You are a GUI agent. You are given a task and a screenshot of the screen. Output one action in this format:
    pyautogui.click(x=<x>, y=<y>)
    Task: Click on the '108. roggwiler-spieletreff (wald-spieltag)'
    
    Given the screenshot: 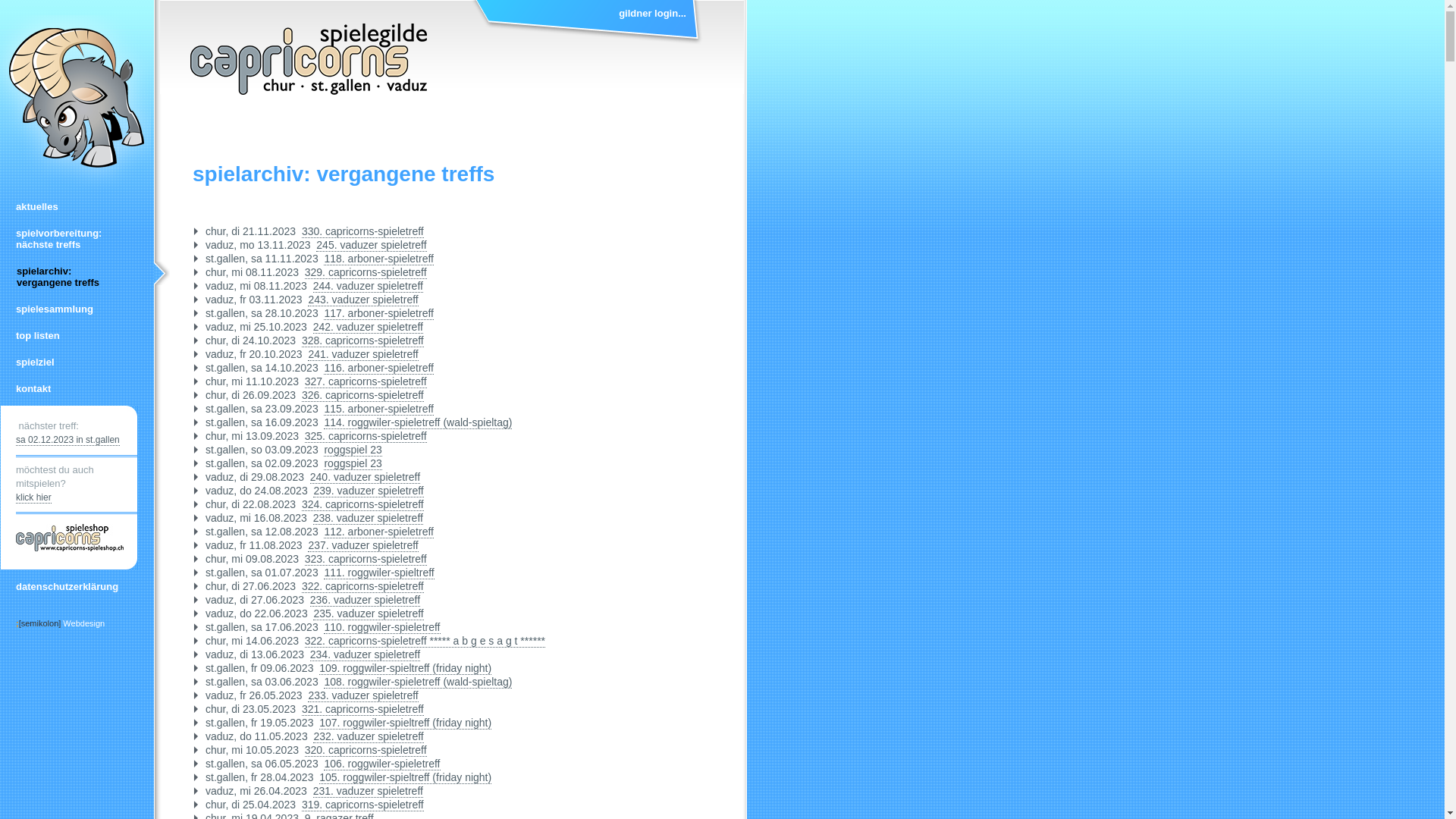 What is the action you would take?
    pyautogui.click(x=418, y=681)
    